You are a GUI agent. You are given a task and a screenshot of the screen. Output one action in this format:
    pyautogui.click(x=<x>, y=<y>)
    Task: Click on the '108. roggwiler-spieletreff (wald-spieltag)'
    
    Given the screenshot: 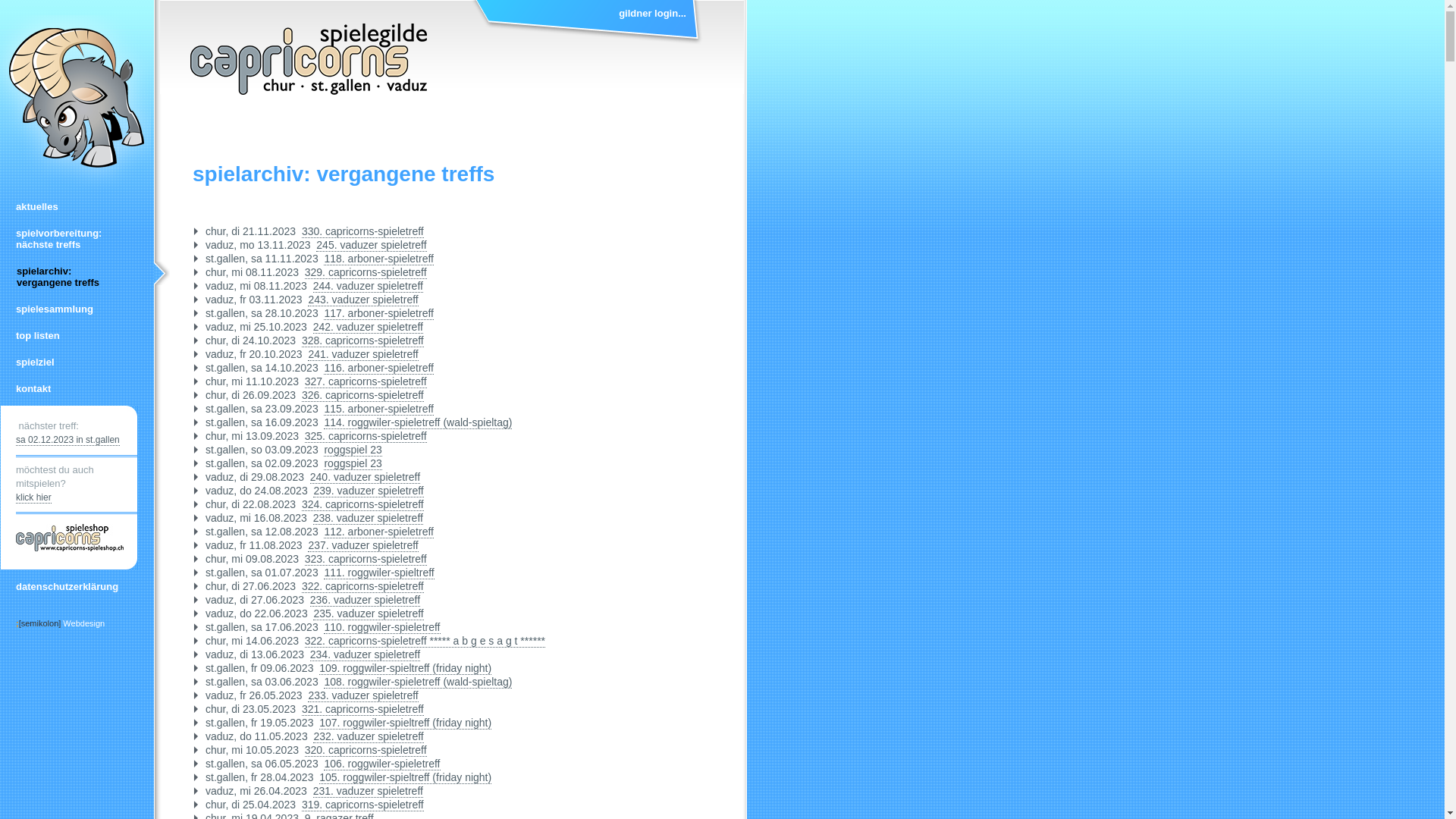 What is the action you would take?
    pyautogui.click(x=418, y=681)
    